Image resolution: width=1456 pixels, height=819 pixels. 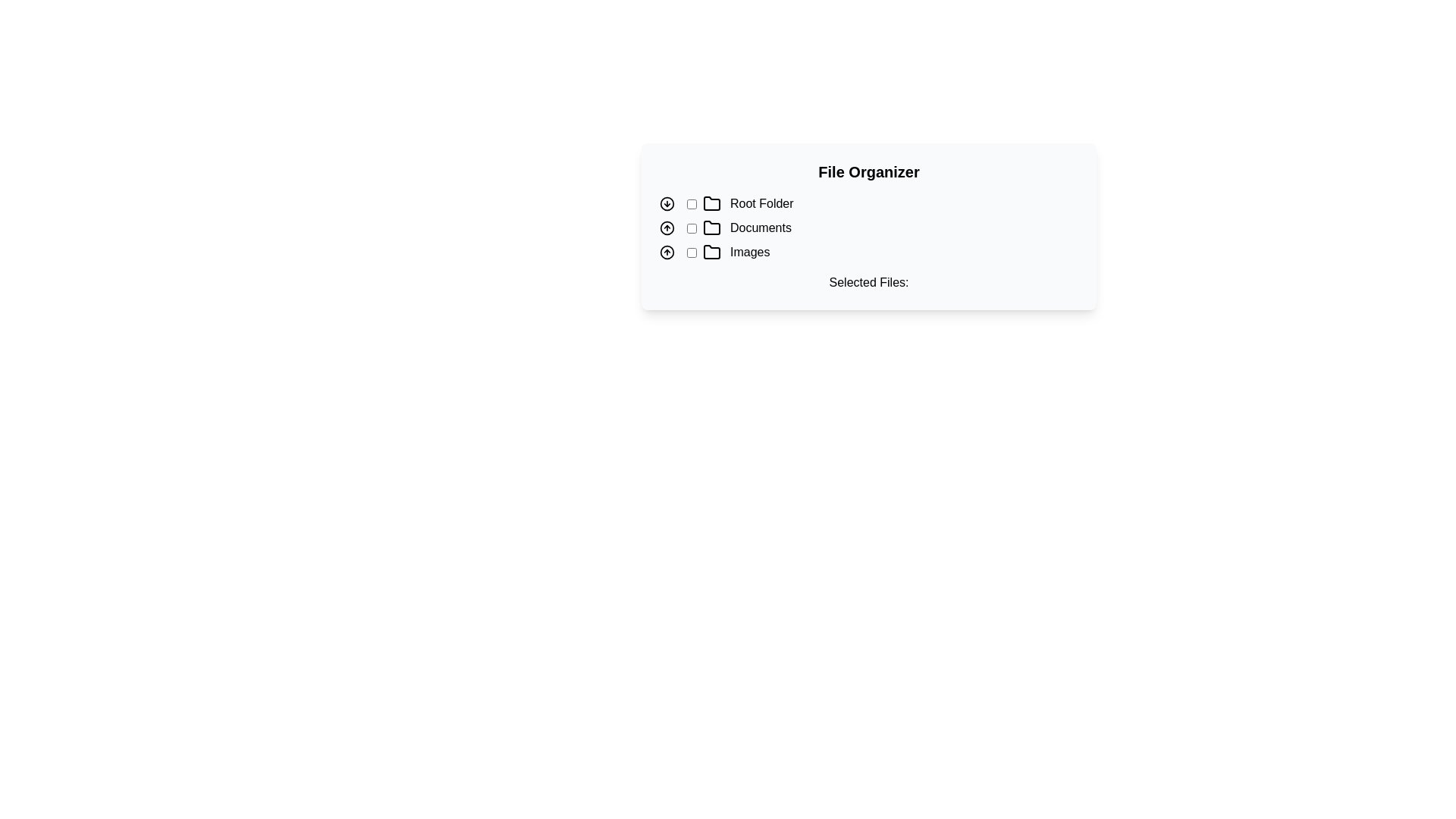 What do you see at coordinates (667, 227) in the screenshot?
I see `the graphical circular shape that serves as the outermost circle of the icon representing 'Documents', located to the left of the 'Documents' label in a vertical list of file categories` at bounding box center [667, 227].